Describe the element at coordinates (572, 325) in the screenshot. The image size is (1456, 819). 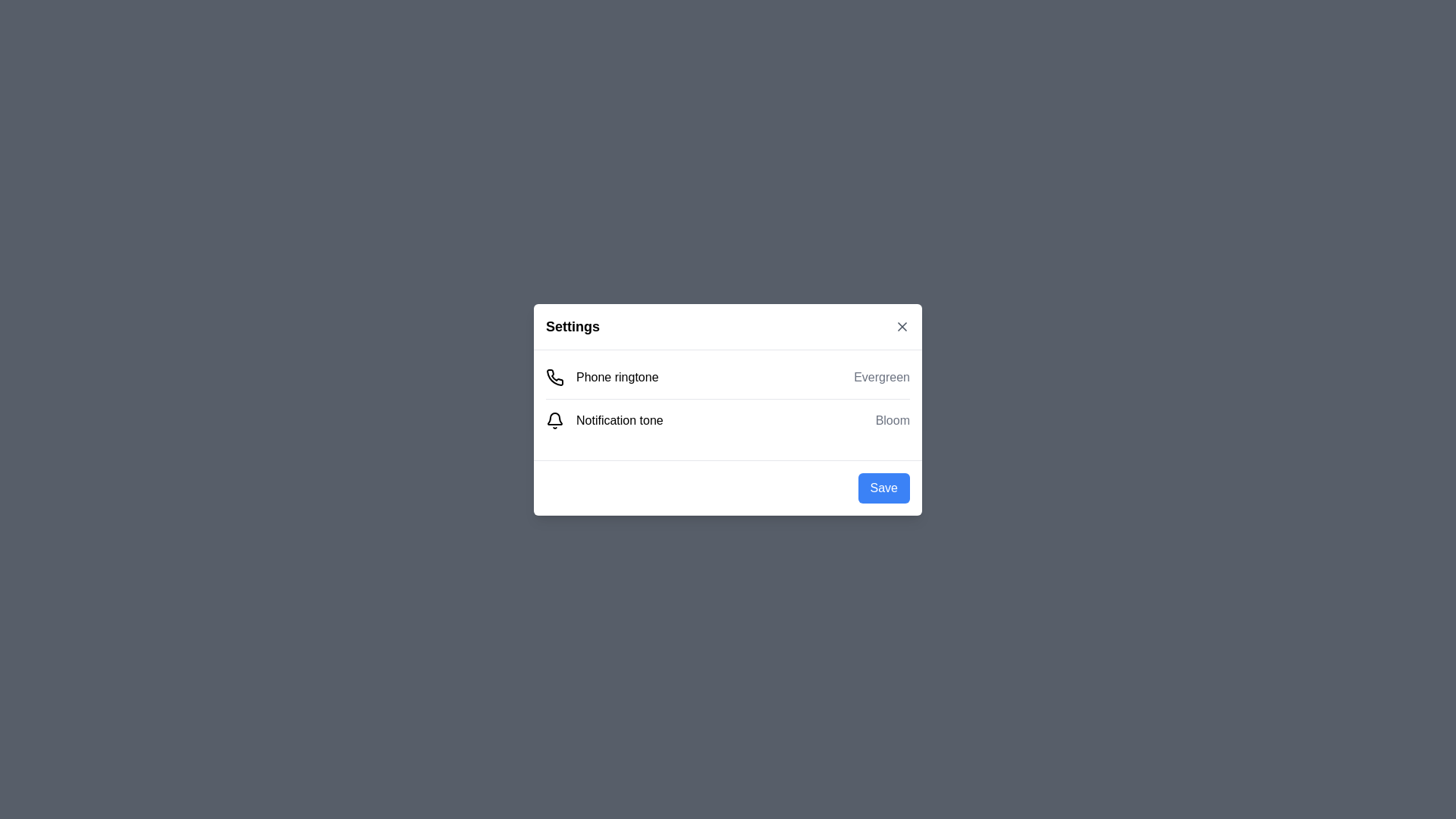
I see `the 'Settings' static text label, which is prominently displayed in bold at the upper-left section of the modal window` at that location.